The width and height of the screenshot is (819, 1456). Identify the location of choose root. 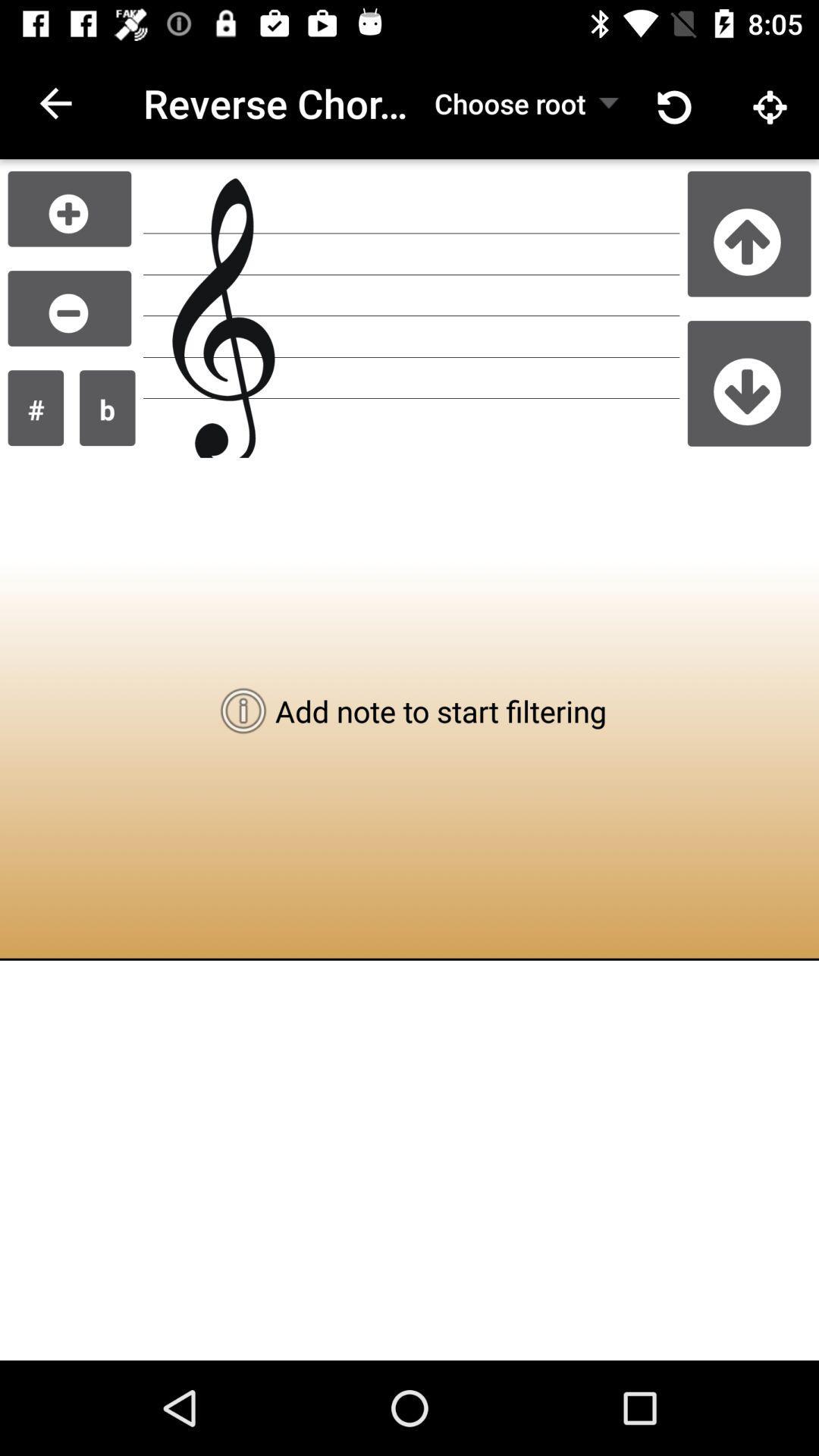
(510, 102).